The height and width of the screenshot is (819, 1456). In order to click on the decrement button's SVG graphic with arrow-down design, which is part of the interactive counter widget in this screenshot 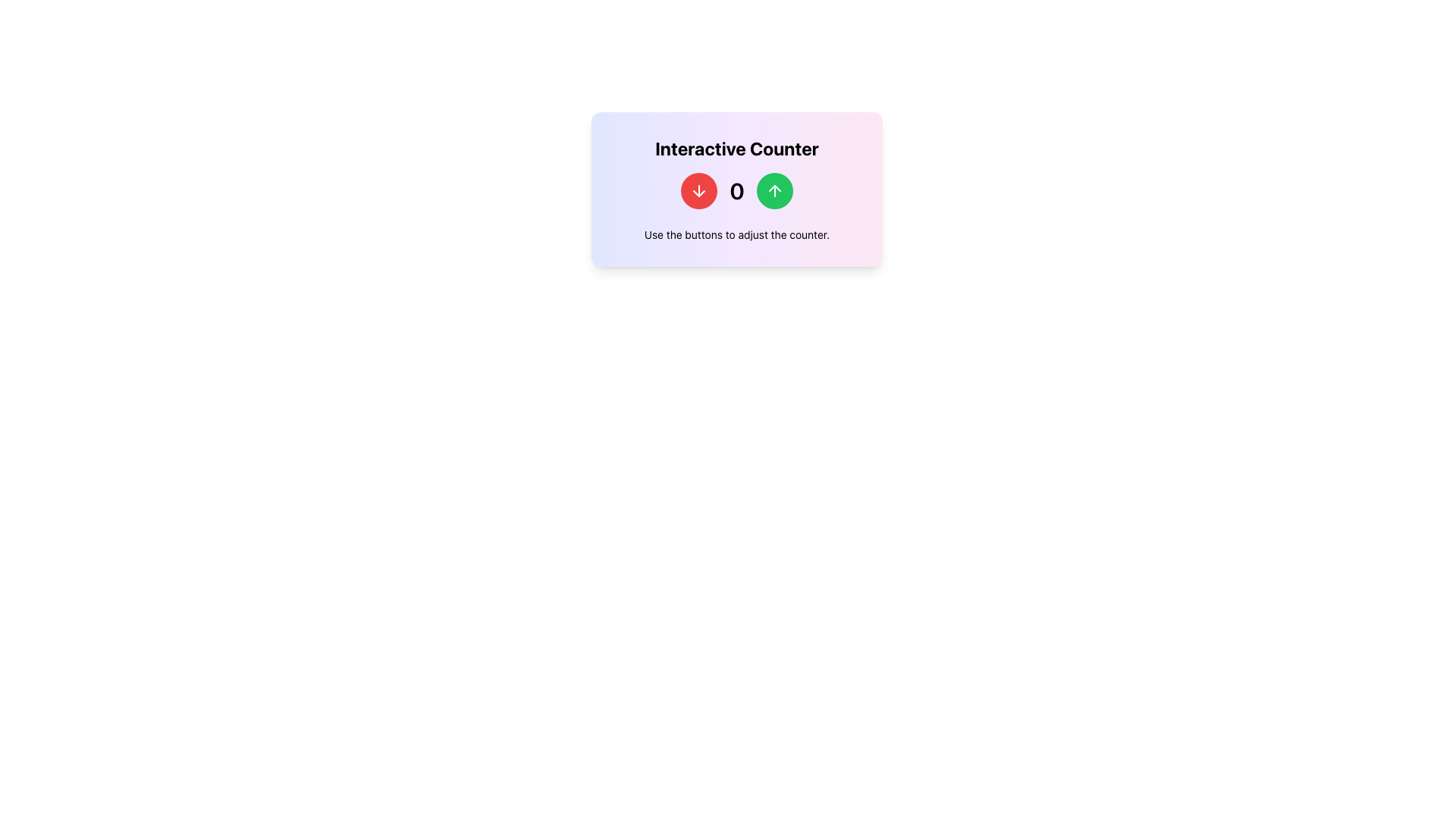, I will do `click(698, 190)`.